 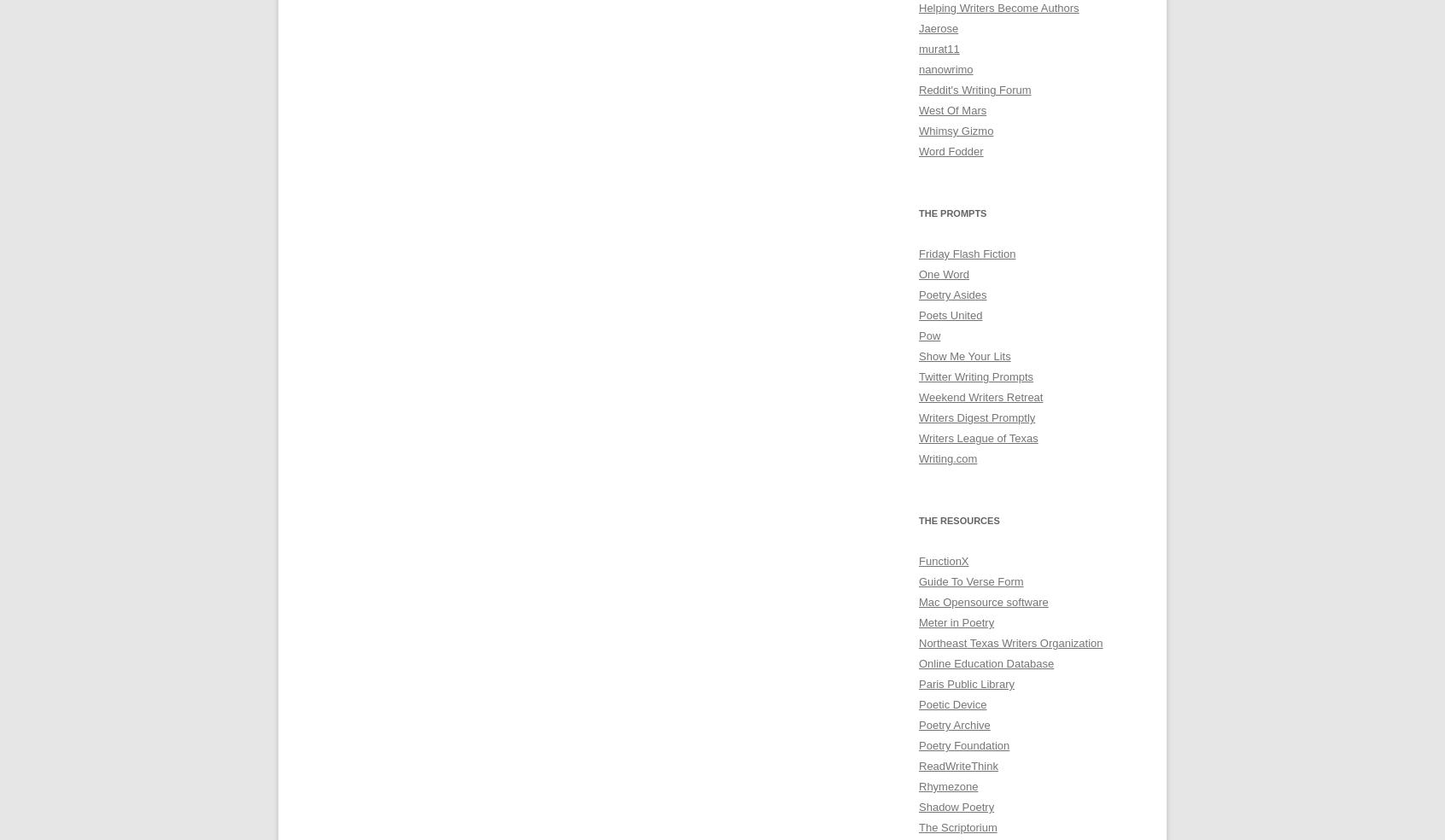 What do you see at coordinates (945, 68) in the screenshot?
I see `'nanowrimo'` at bounding box center [945, 68].